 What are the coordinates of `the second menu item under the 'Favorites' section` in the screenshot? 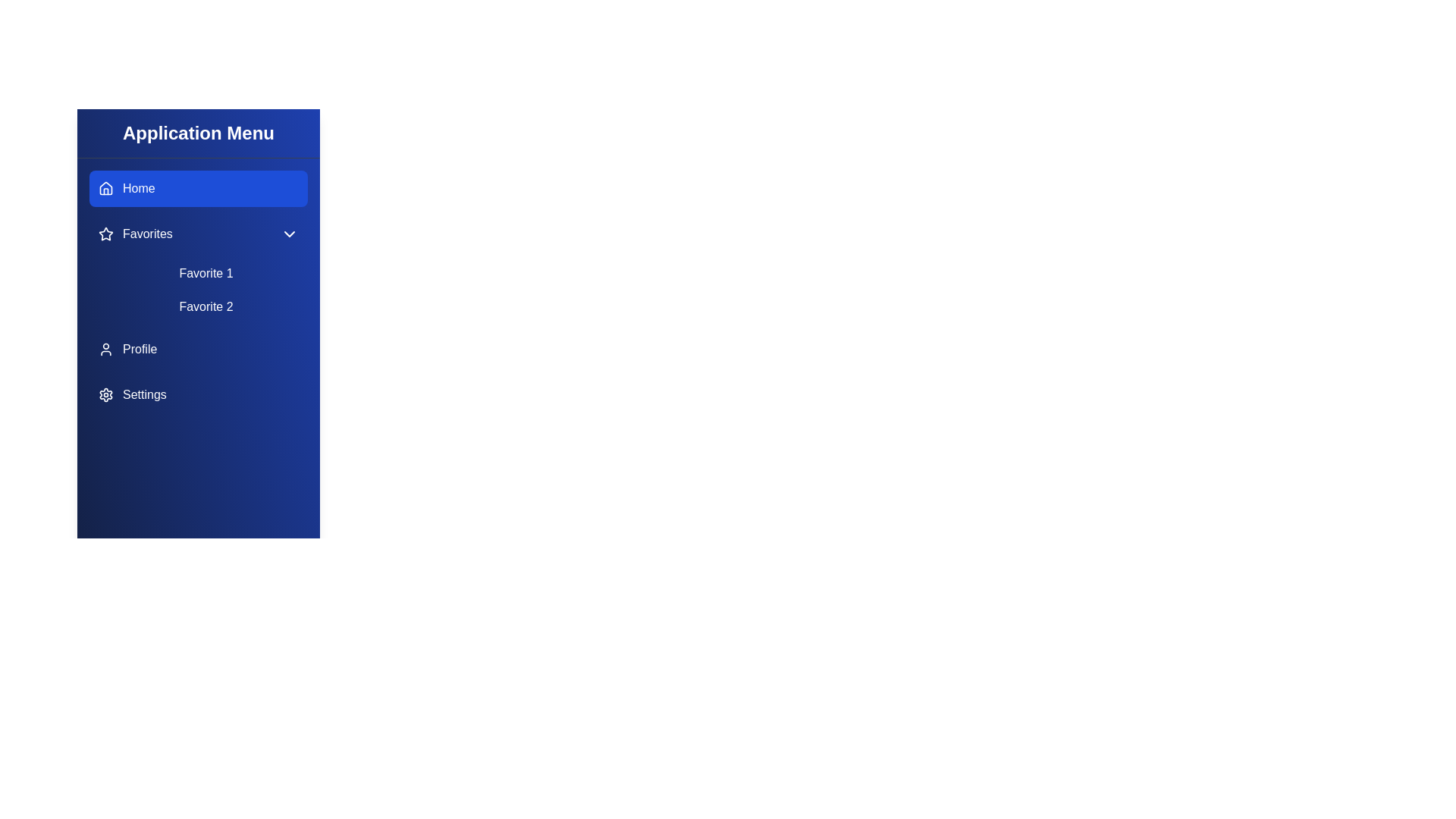 It's located at (206, 307).